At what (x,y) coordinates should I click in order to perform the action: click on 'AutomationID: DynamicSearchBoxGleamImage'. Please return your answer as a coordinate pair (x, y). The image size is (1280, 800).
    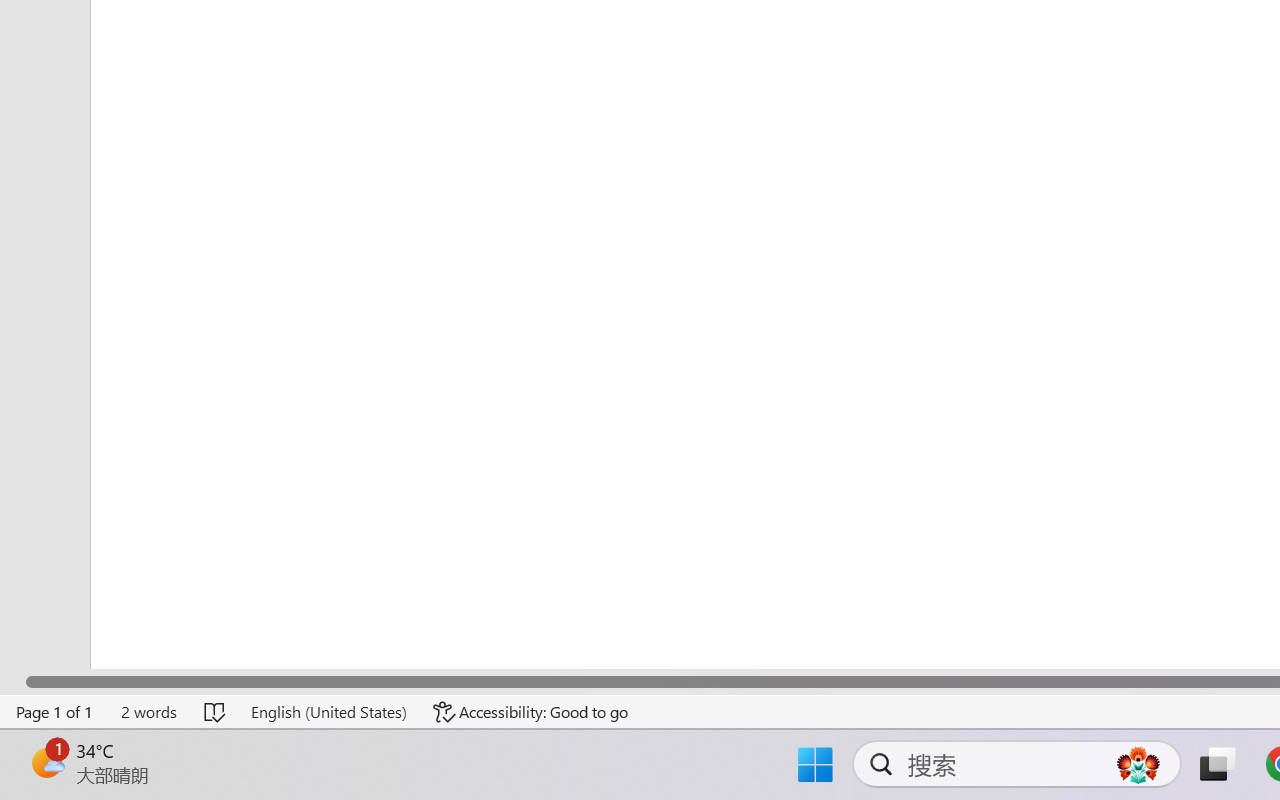
    Looking at the image, I should click on (1138, 764).